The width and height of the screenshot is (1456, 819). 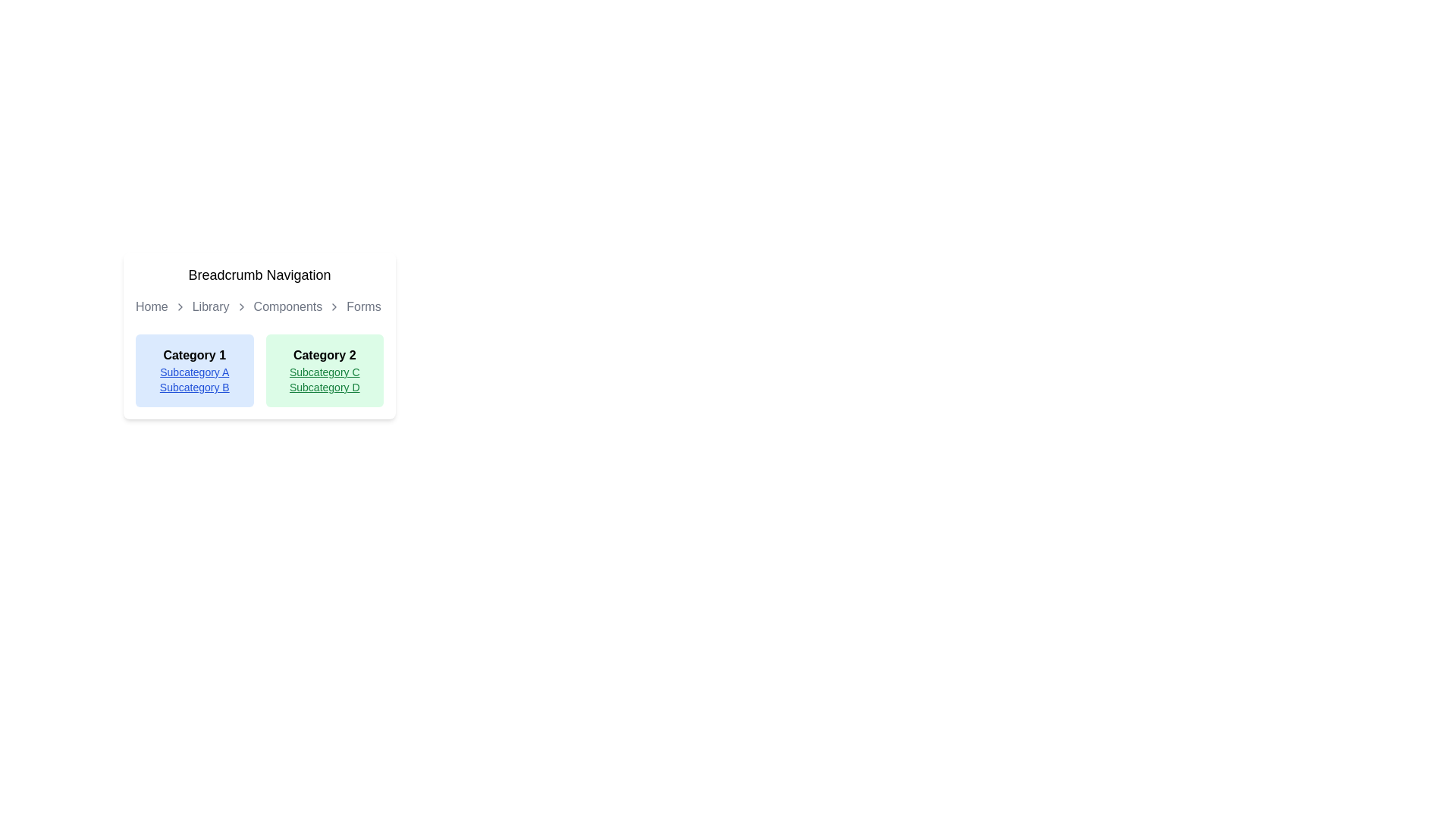 I want to click on the text label referencing 'Subcategory B' under 'Category 1', so click(x=193, y=386).